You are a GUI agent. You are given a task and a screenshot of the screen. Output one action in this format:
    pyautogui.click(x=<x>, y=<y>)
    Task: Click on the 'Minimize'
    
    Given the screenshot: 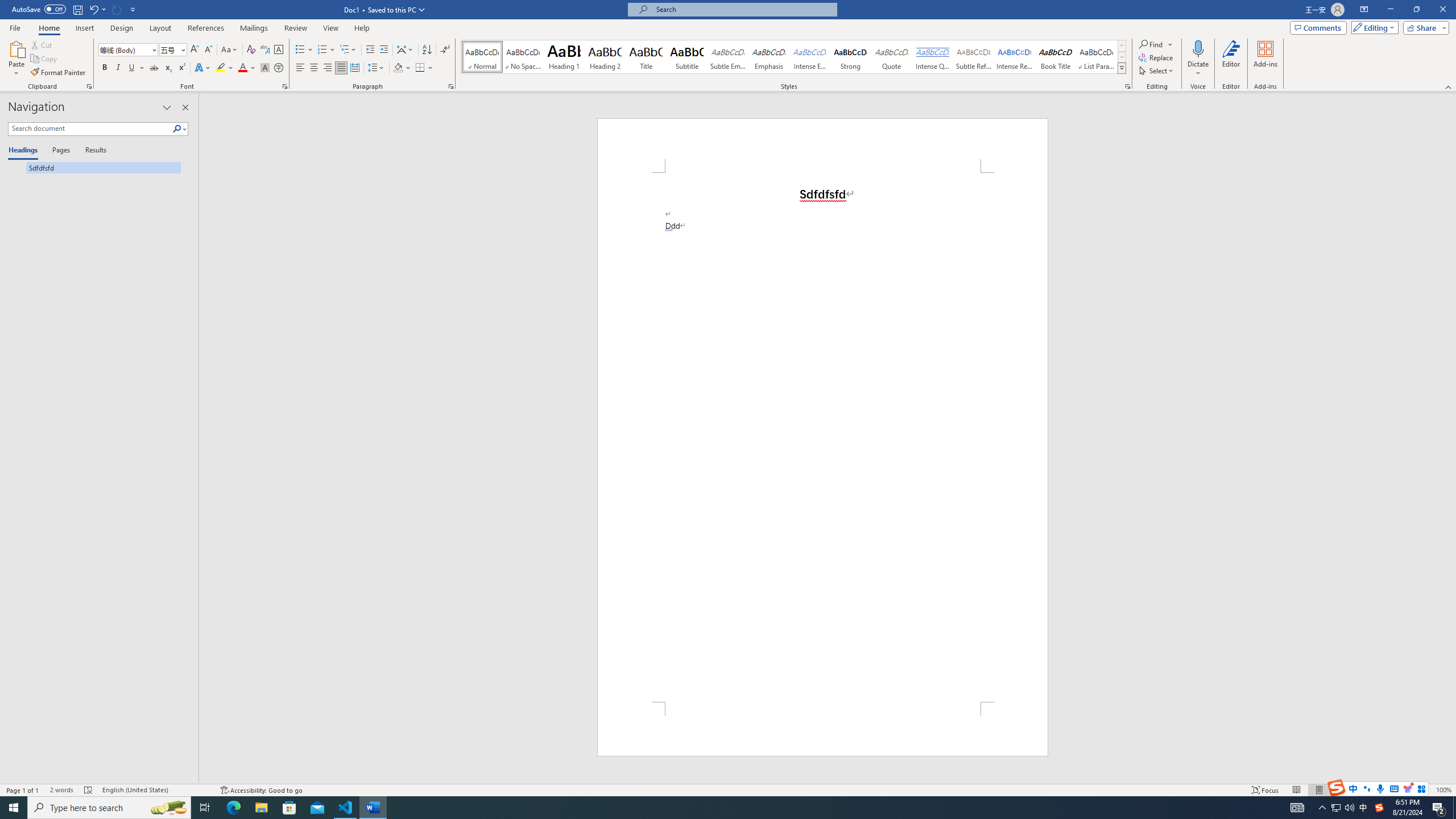 What is the action you would take?
    pyautogui.click(x=1389, y=9)
    